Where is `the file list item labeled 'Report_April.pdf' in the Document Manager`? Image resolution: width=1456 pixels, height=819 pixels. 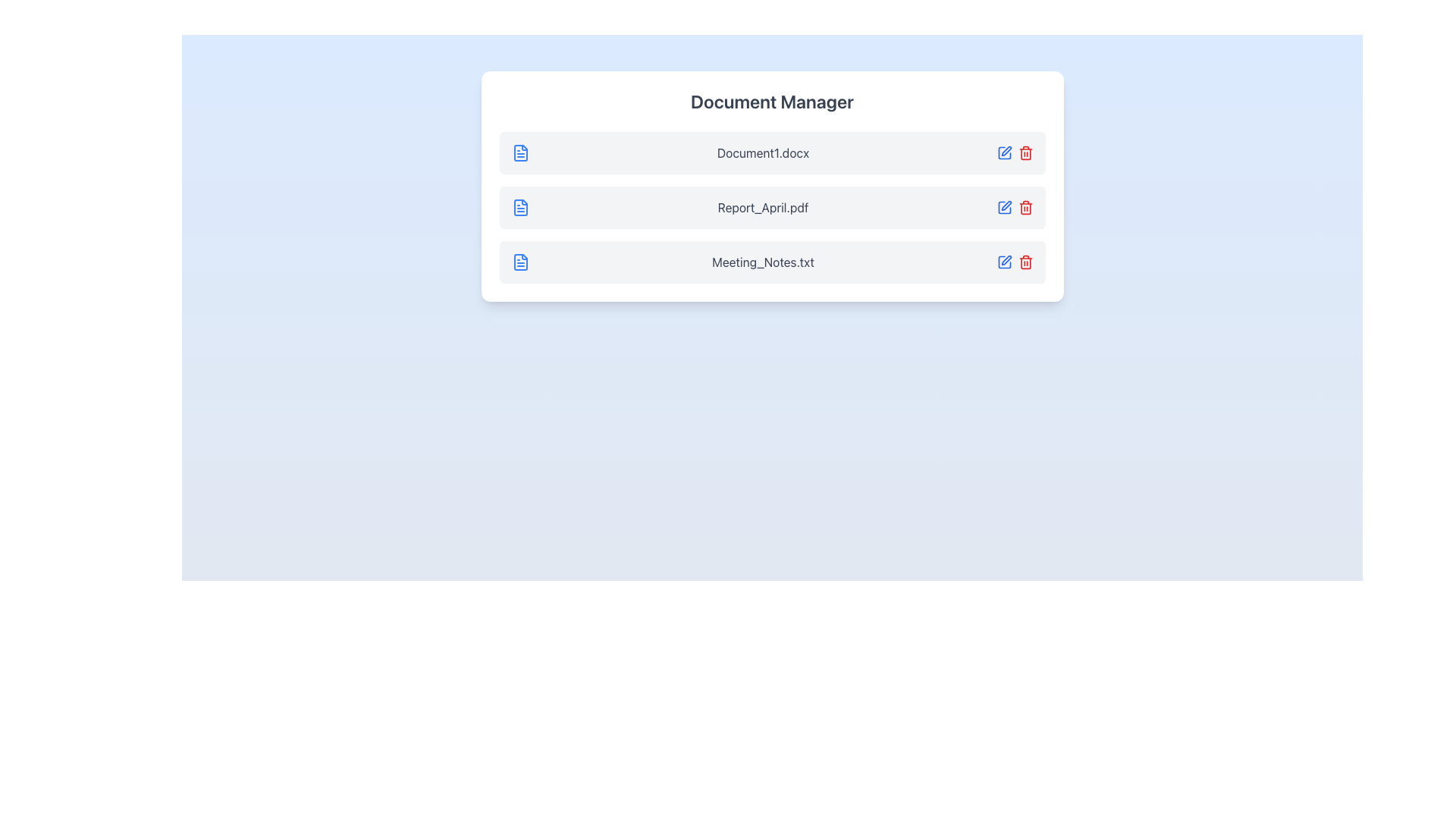
the file list item labeled 'Report_April.pdf' in the Document Manager is located at coordinates (772, 207).